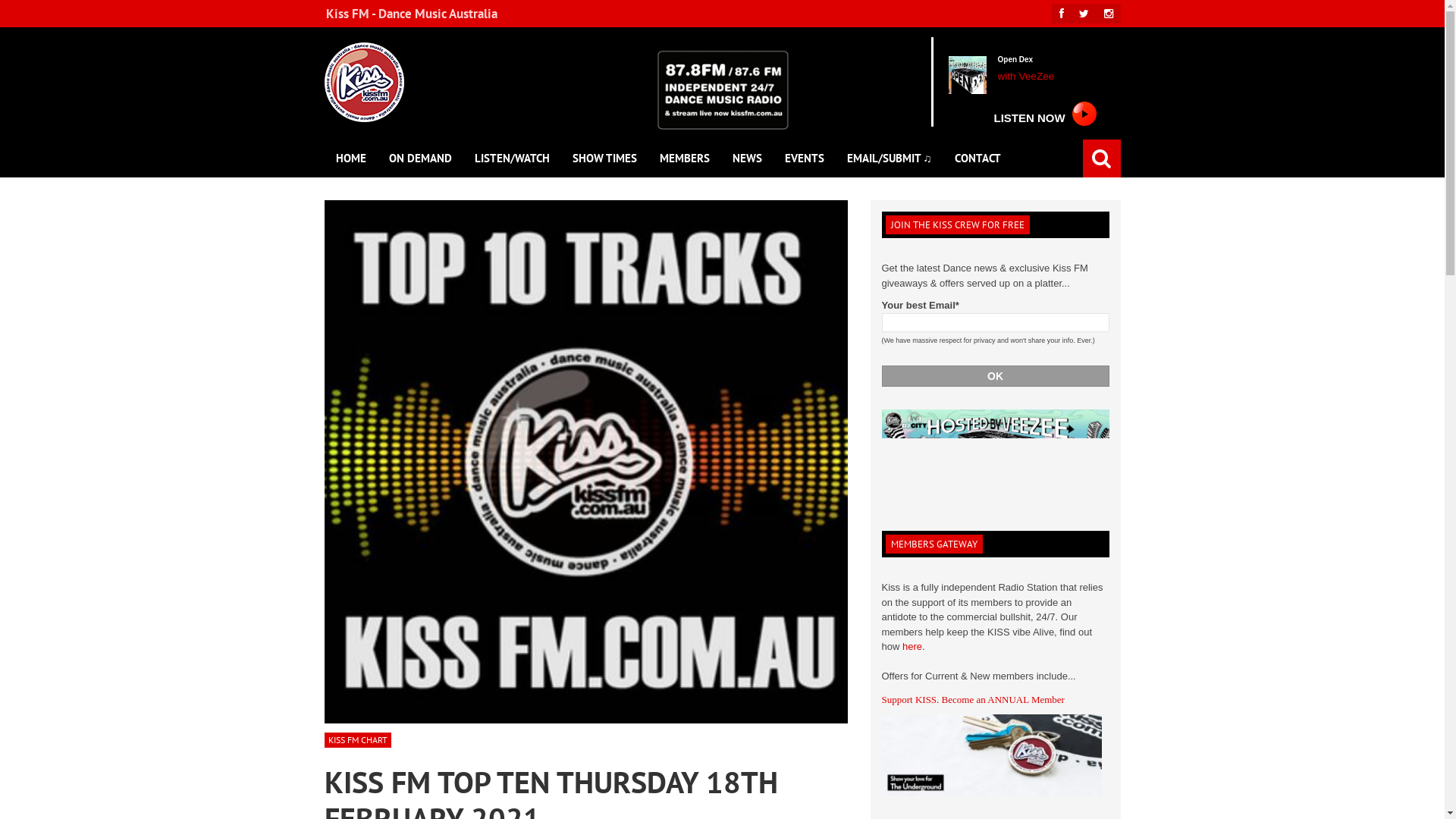  What do you see at coordinates (1041, 111) in the screenshot?
I see `'LISTEN NOW'` at bounding box center [1041, 111].